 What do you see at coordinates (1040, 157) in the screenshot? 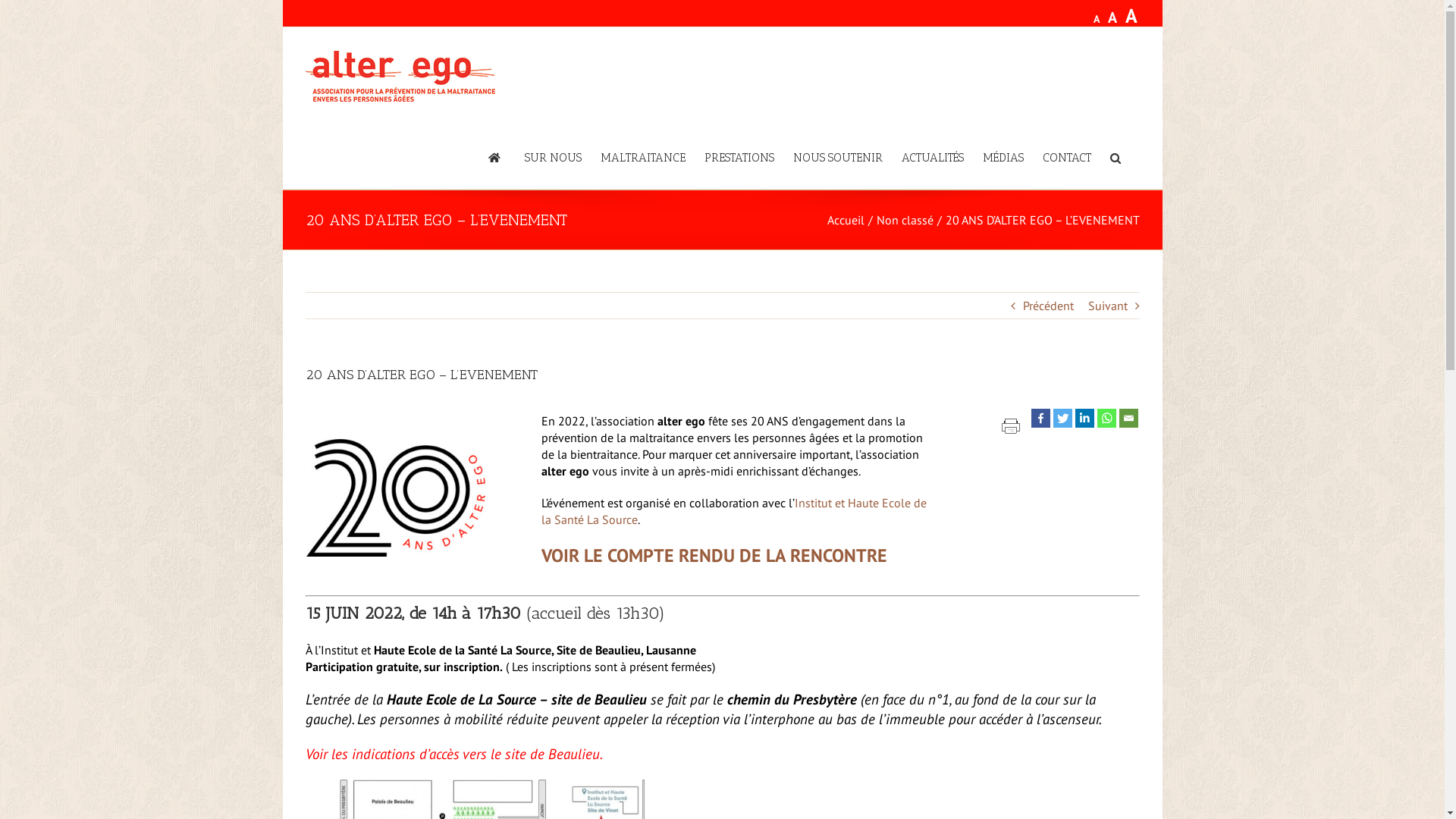
I see `'CONTACT'` at bounding box center [1040, 157].